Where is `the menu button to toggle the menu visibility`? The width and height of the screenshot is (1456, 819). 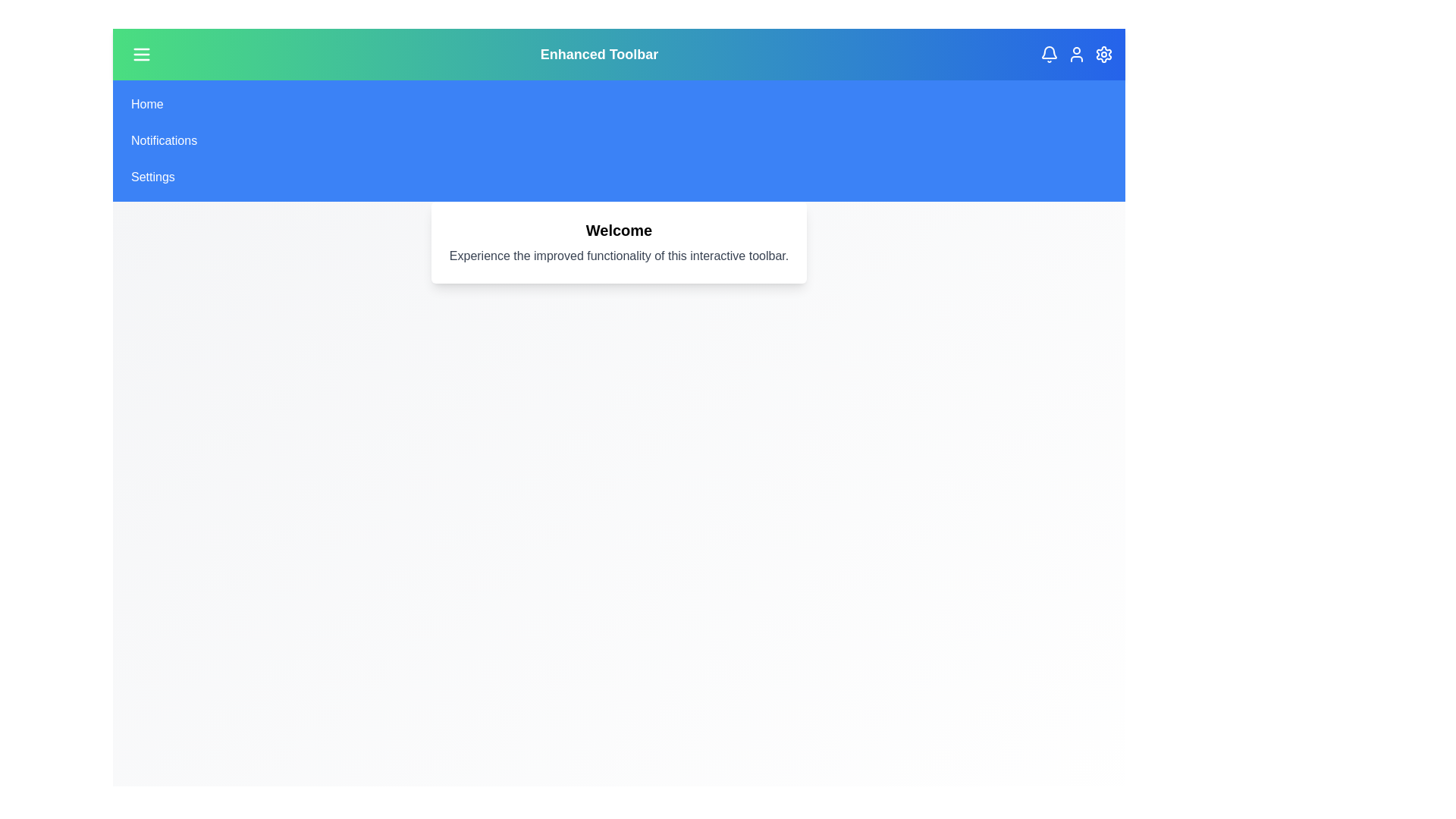
the menu button to toggle the menu visibility is located at coordinates (142, 54).